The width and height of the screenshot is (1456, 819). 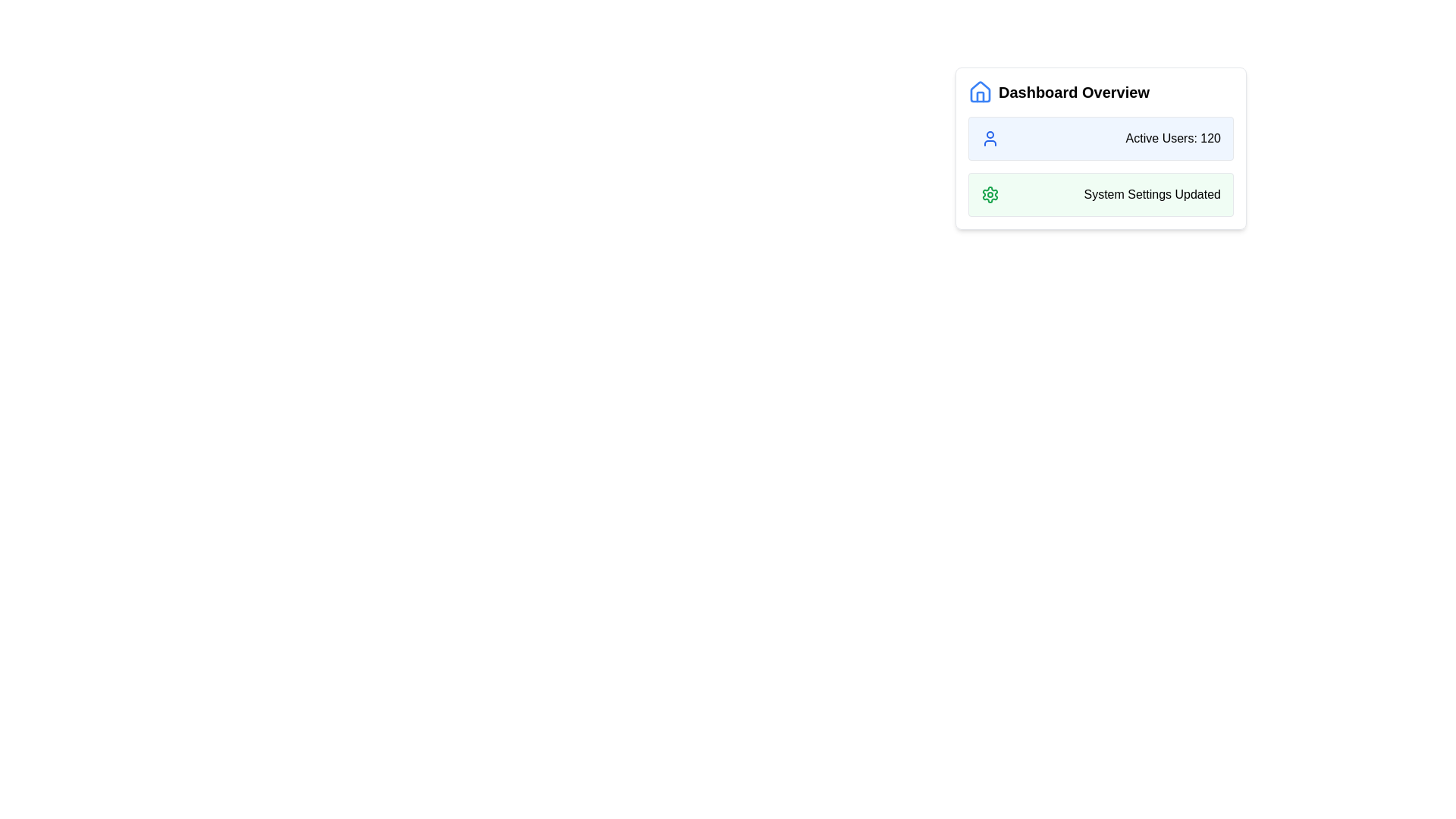 What do you see at coordinates (980, 93) in the screenshot?
I see `the blue house icon in the header section titled 'Dashboard Overview'` at bounding box center [980, 93].